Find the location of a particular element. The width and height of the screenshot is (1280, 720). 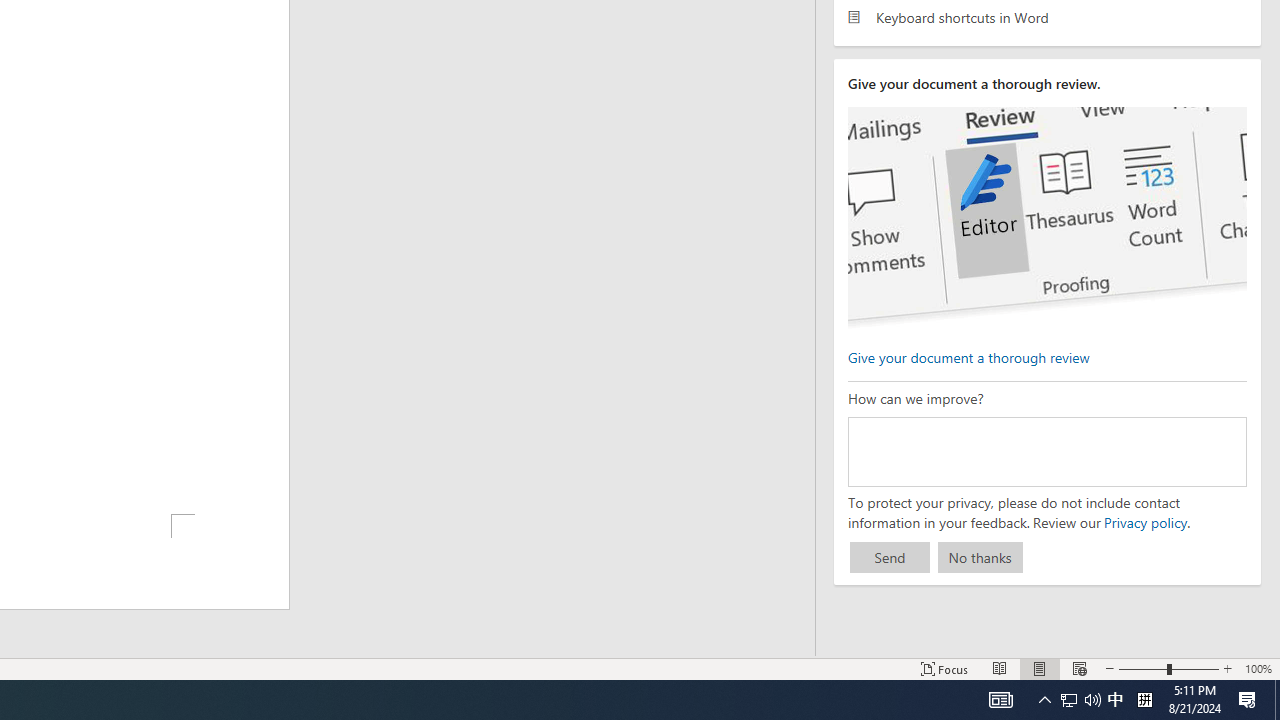

'Send' is located at coordinates (889, 557).